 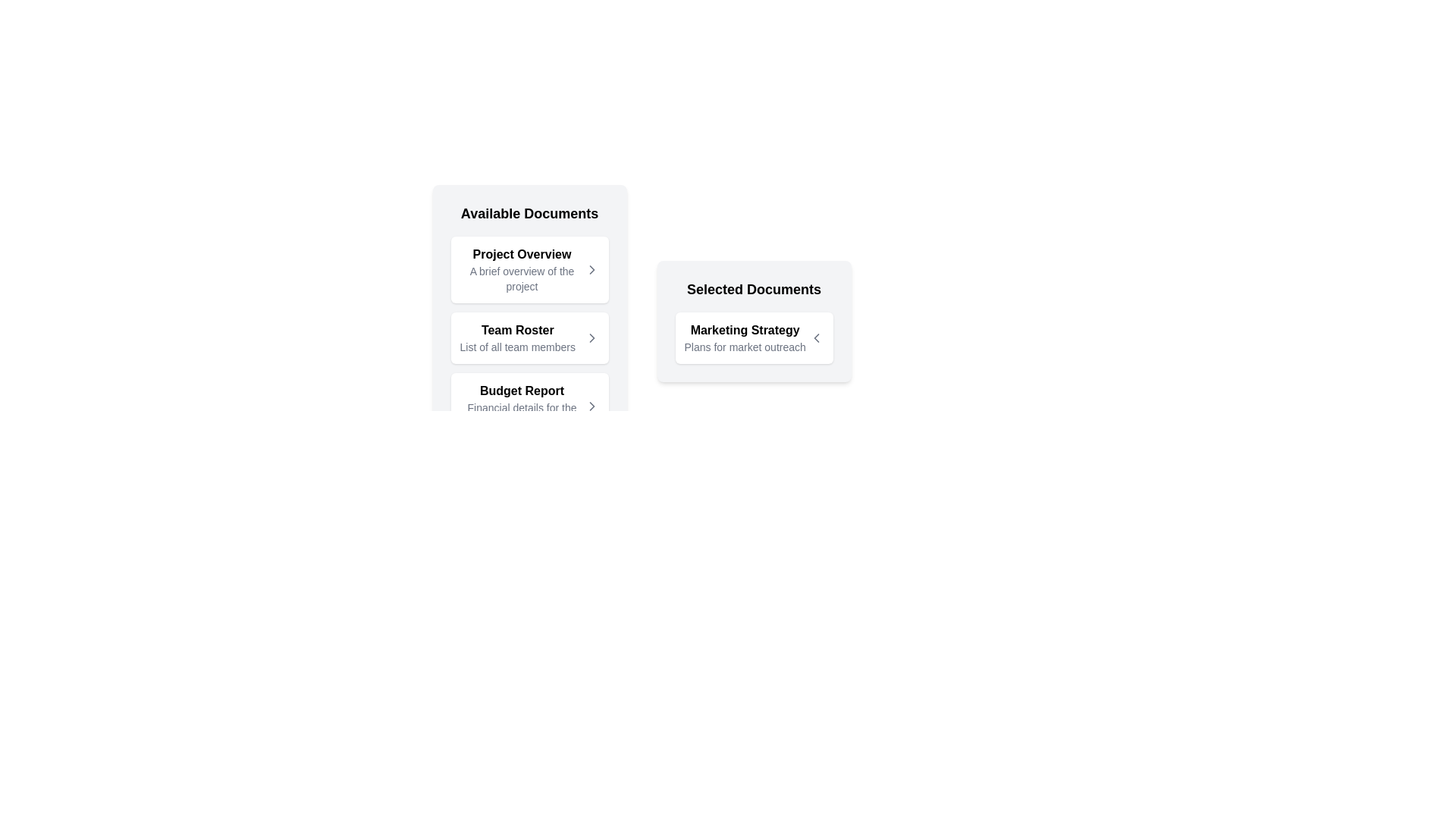 I want to click on the arrow button next to the document Budget Report to view its details, so click(x=591, y=406).